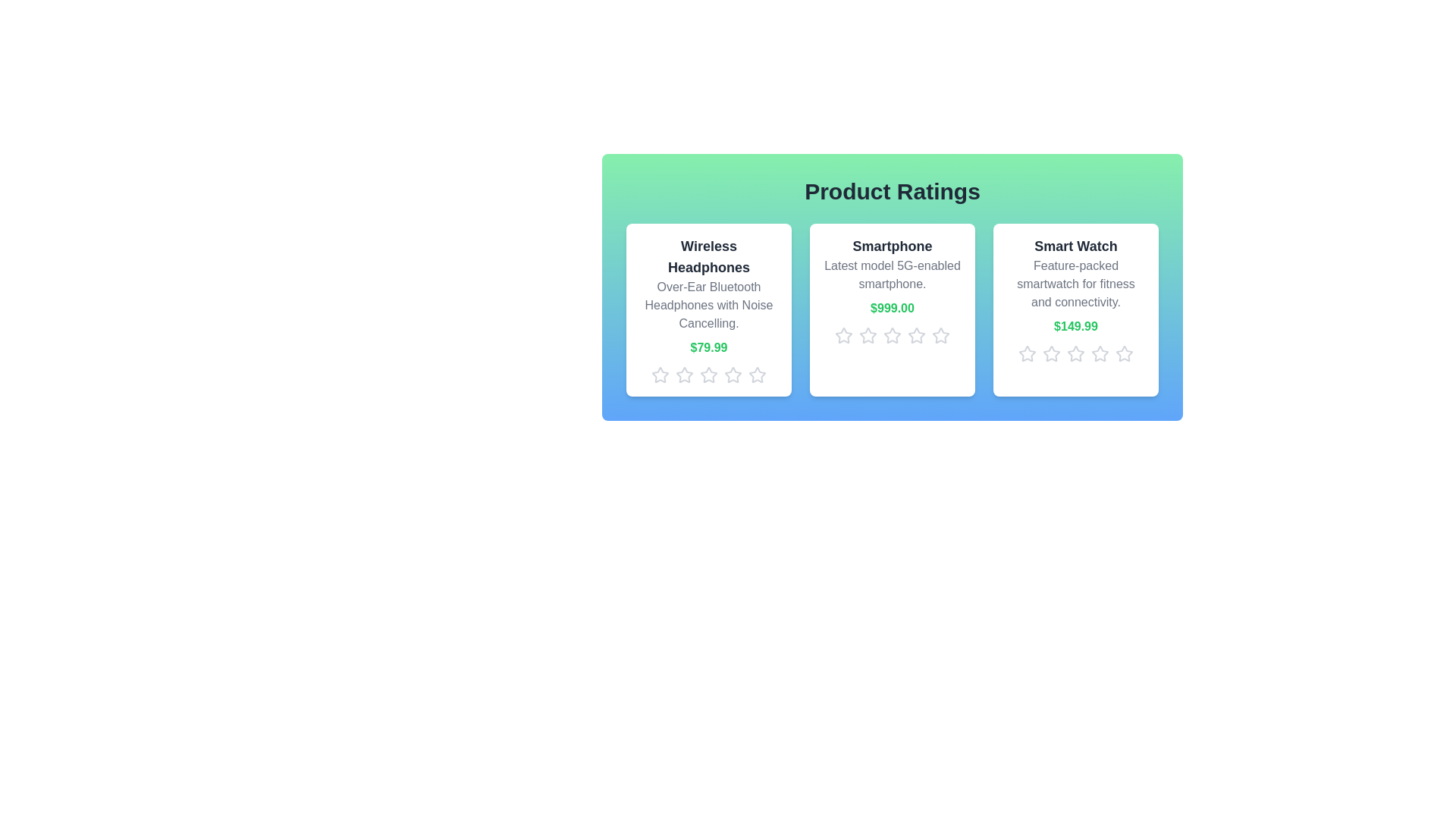 This screenshot has height=819, width=1456. What do you see at coordinates (940, 335) in the screenshot?
I see `the star icon corresponding to 5 stars for the product Smartphone` at bounding box center [940, 335].